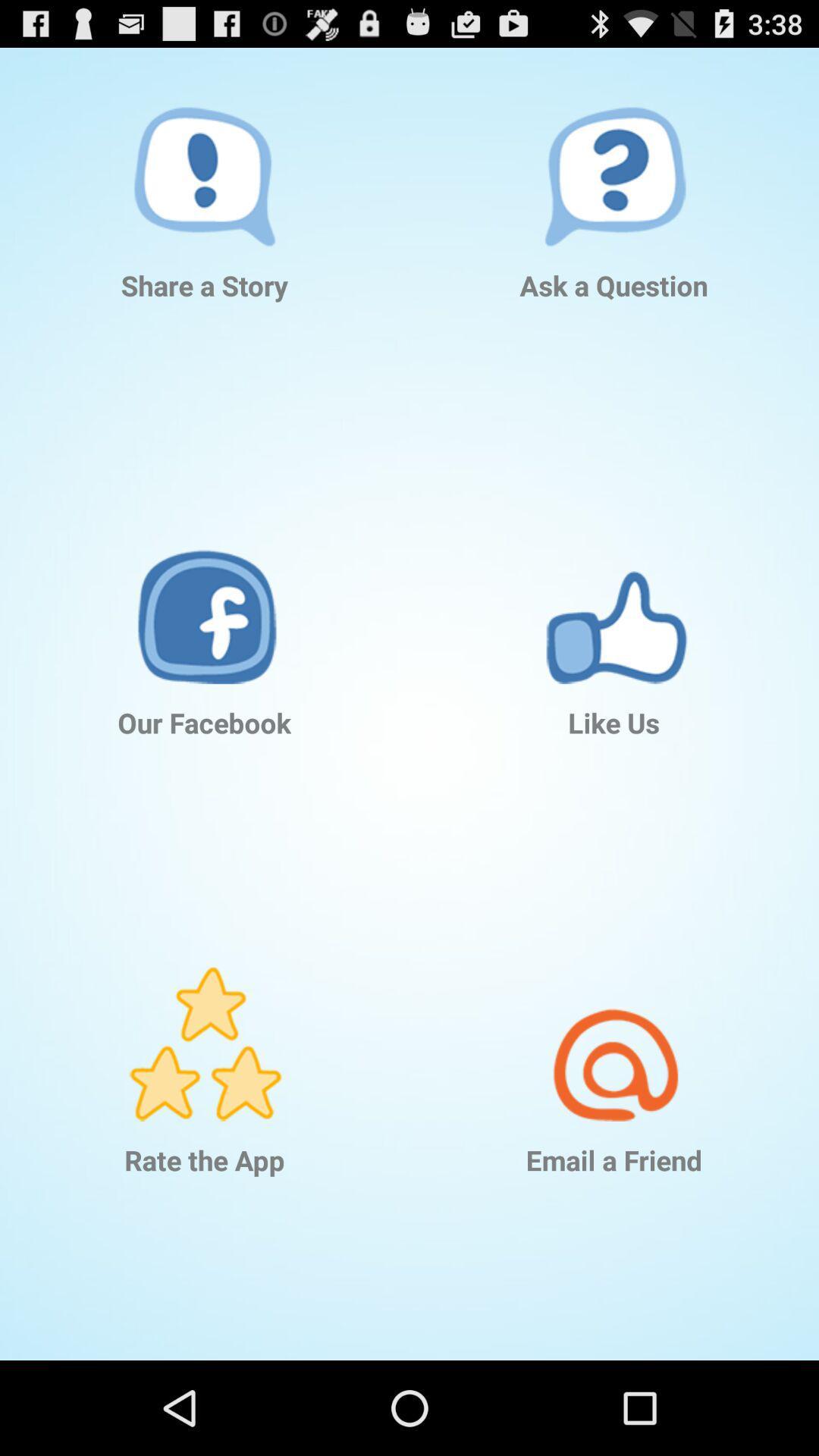  What do you see at coordinates (614, 584) in the screenshot?
I see `the icon above the like us` at bounding box center [614, 584].